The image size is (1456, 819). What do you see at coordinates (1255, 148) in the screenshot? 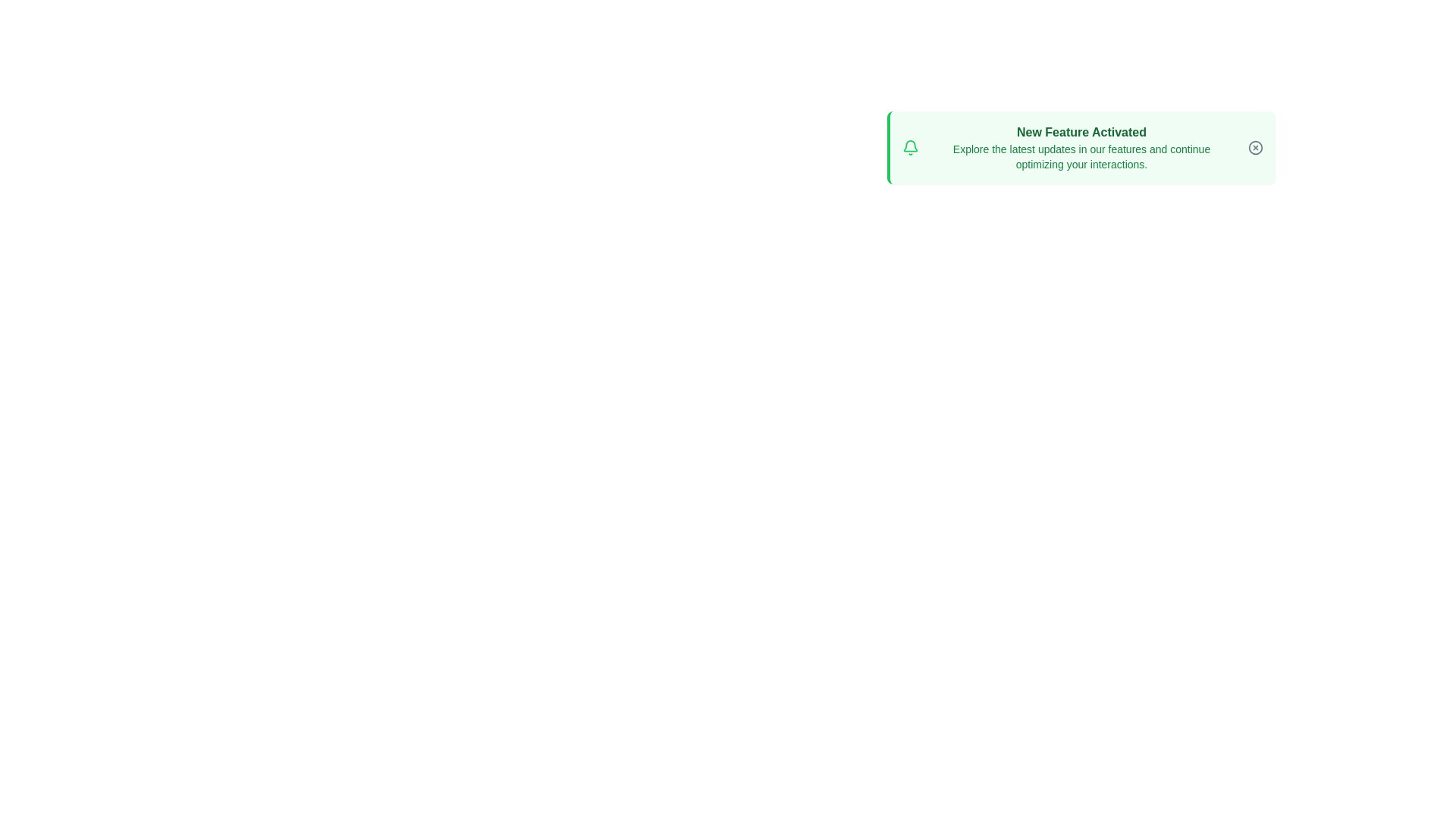
I see `the circular button with an outlined 'X' inside it, located at the upper-right corner of the notification card that says 'New Feature Activated'` at bounding box center [1255, 148].